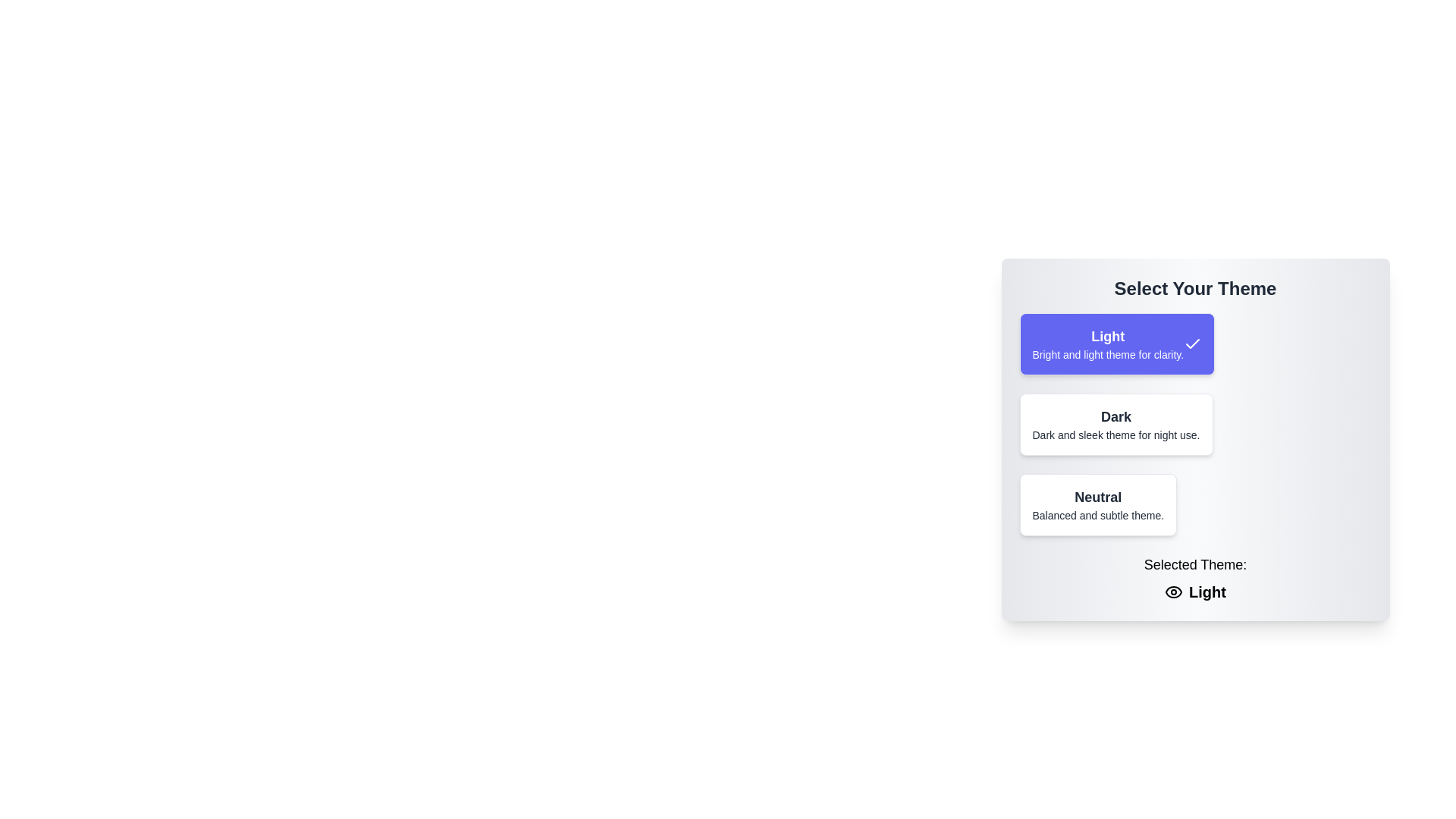 The height and width of the screenshot is (819, 1456). I want to click on the Selectable Card with Text that allows the user to choose a neutral theme for the application, located to the right center of the interface as the third card in a vertical arrangement, so click(1098, 505).